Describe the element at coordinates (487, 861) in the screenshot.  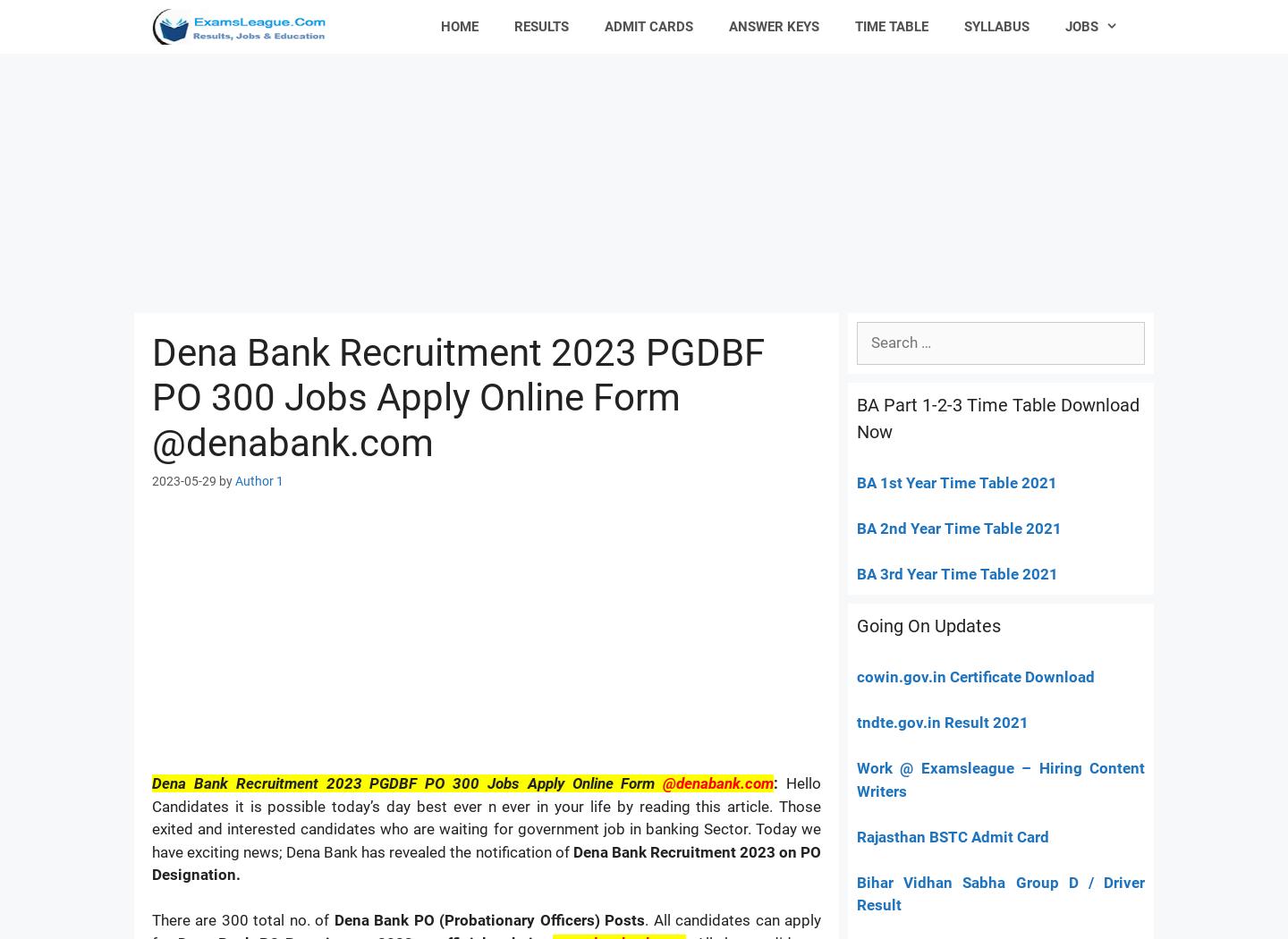
I see `'Dena Bank Recruitment 2023 on PO Designation.'` at that location.